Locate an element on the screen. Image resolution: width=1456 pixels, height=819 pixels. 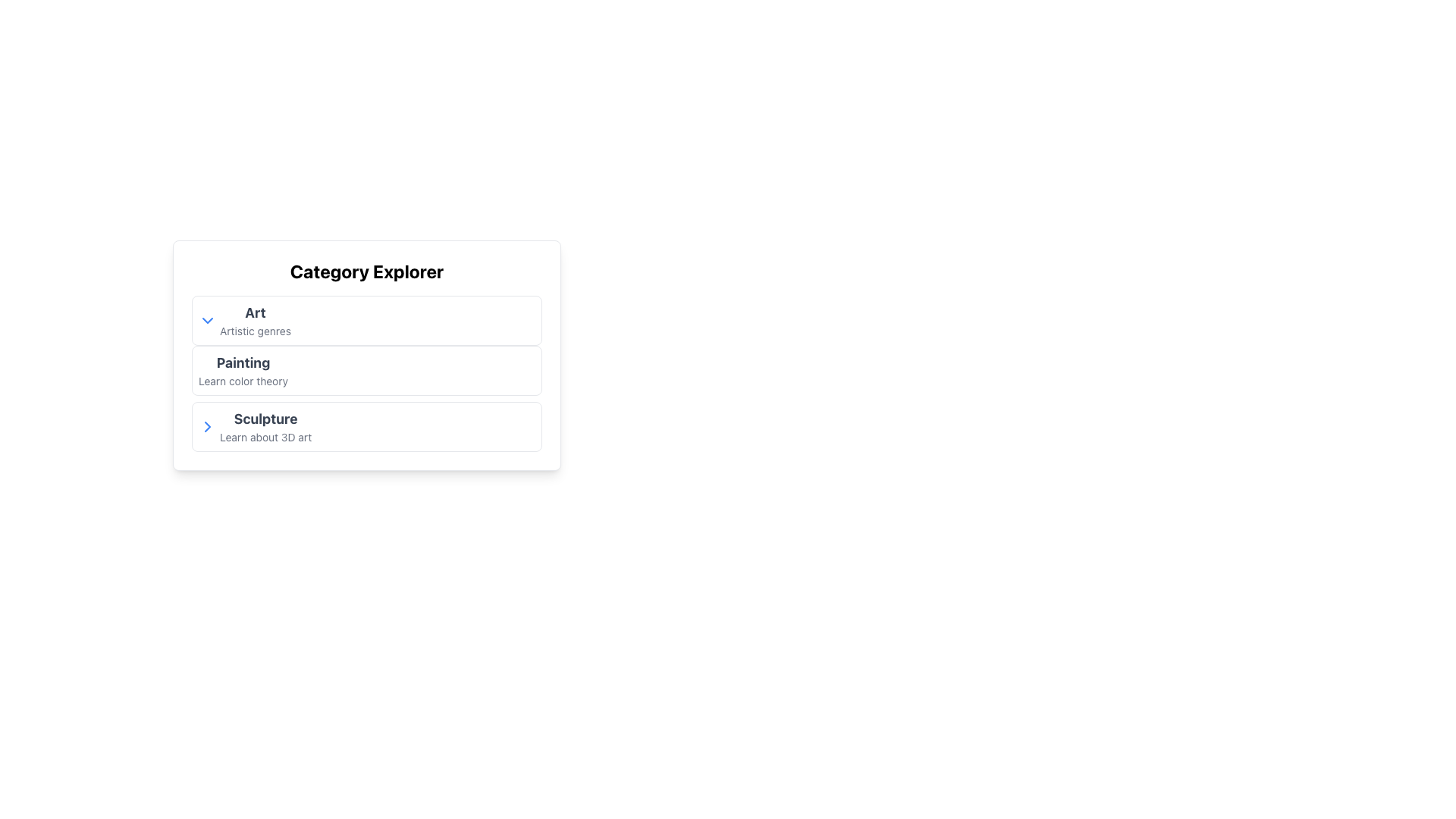
the category title text that visually distinguishes itself, located directly below 'Painting' is located at coordinates (265, 419).